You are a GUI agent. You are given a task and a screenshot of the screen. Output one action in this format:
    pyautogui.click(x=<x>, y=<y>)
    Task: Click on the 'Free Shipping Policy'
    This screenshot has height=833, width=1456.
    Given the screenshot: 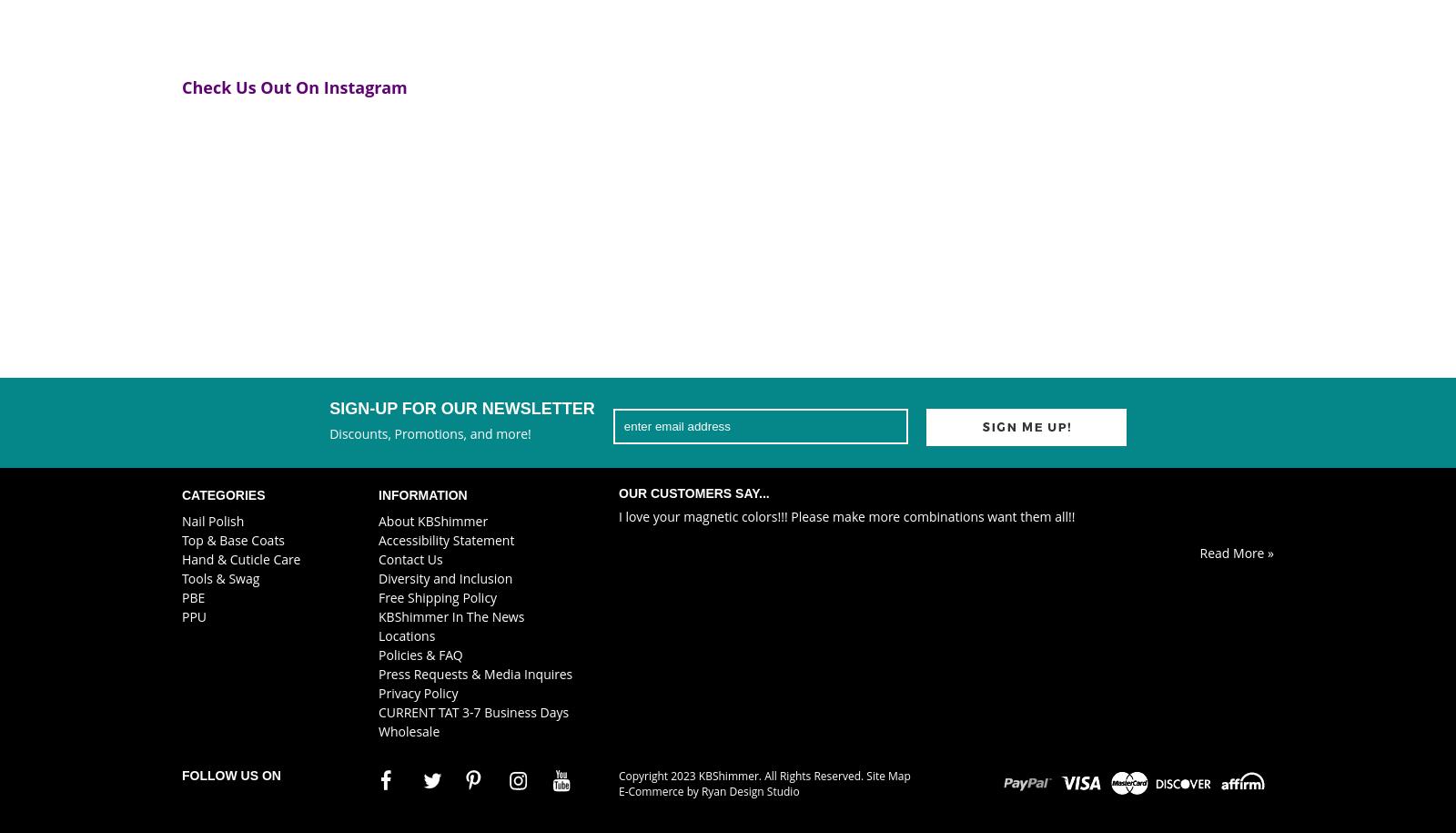 What is the action you would take?
    pyautogui.click(x=436, y=596)
    